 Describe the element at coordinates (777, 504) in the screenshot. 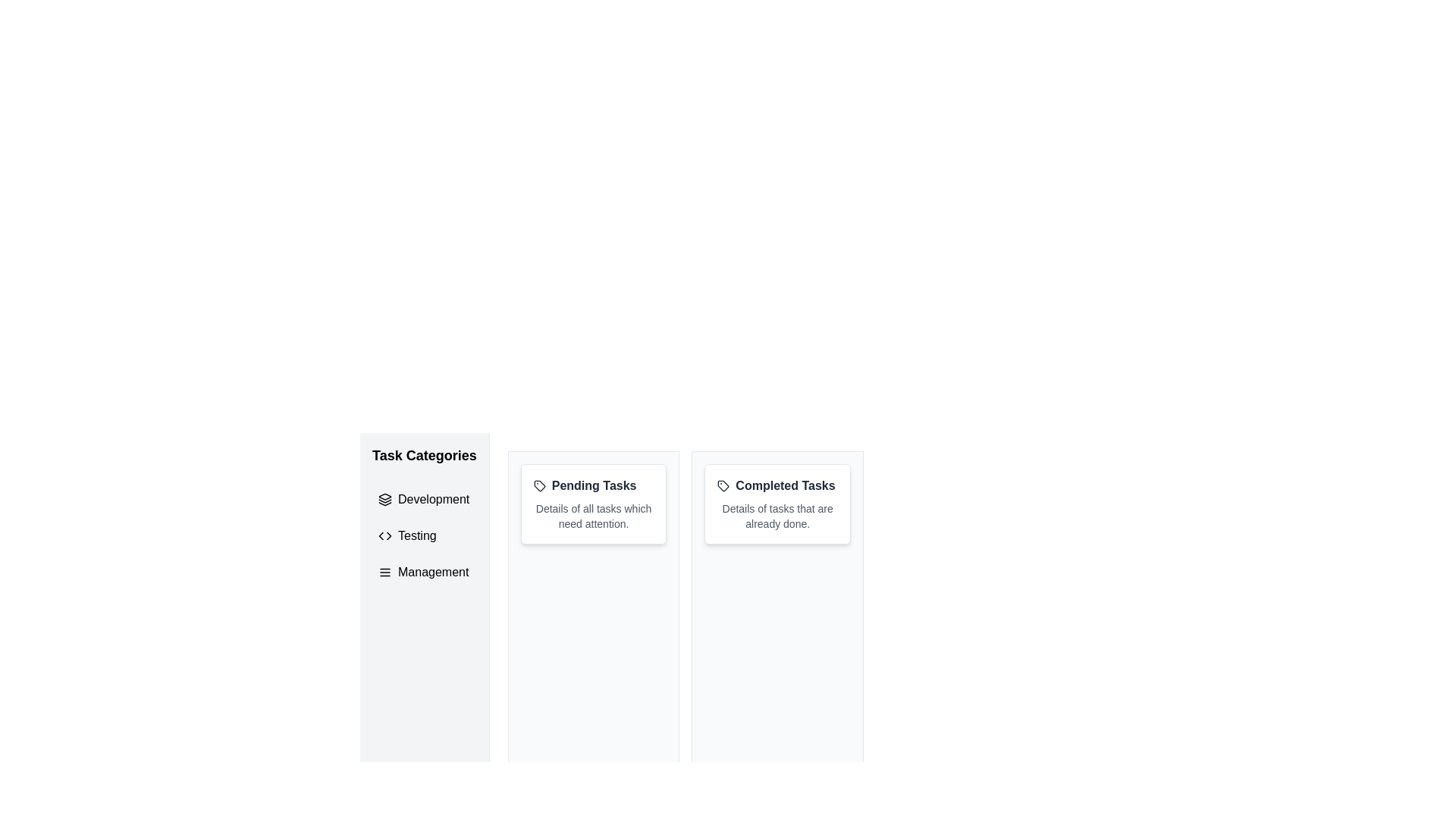

I see `the 'Completed Tasks' informational card, which features a white background, rounded corners, and a title in bold dark text with a tag icon` at that location.